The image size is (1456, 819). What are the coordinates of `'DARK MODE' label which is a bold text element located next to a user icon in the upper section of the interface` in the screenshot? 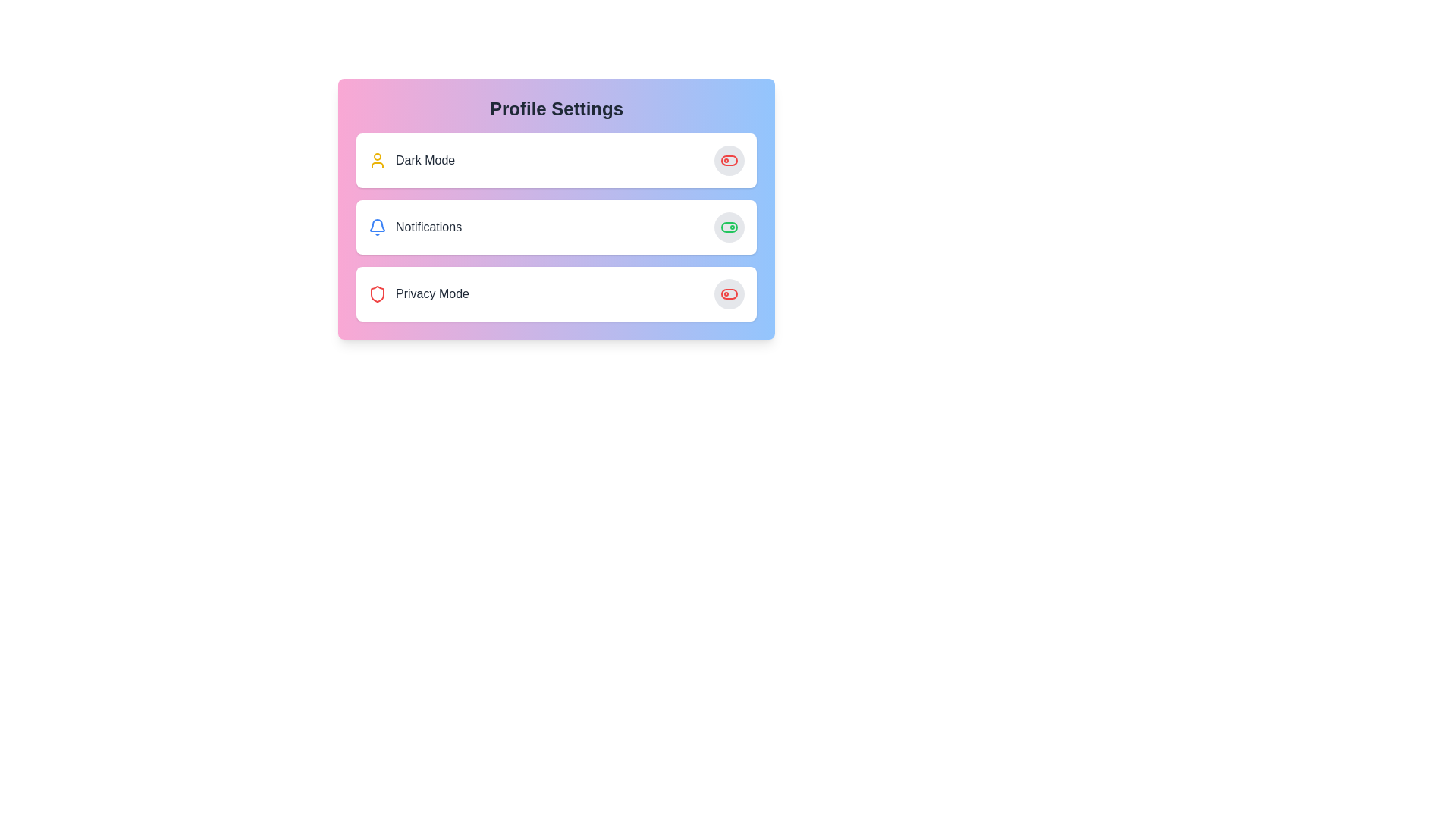 It's located at (425, 161).